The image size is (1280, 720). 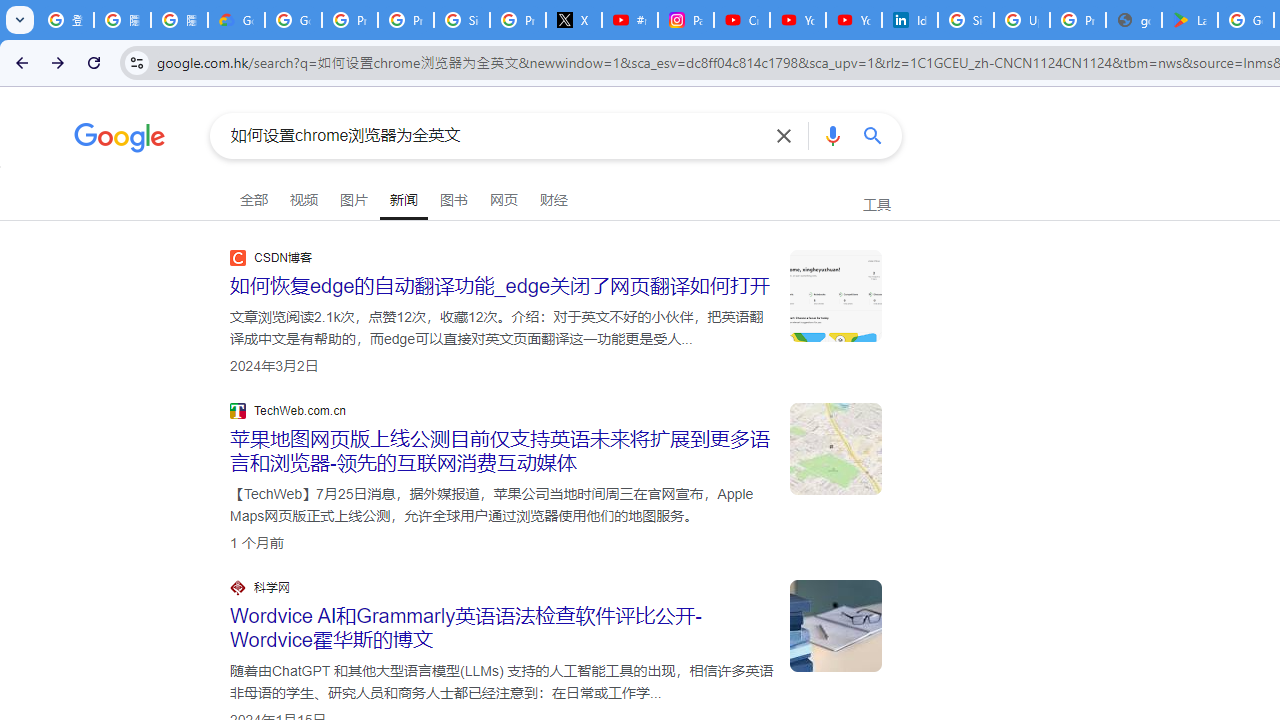 What do you see at coordinates (404, 20) in the screenshot?
I see `'Privacy Help Center - Policies Help'` at bounding box center [404, 20].